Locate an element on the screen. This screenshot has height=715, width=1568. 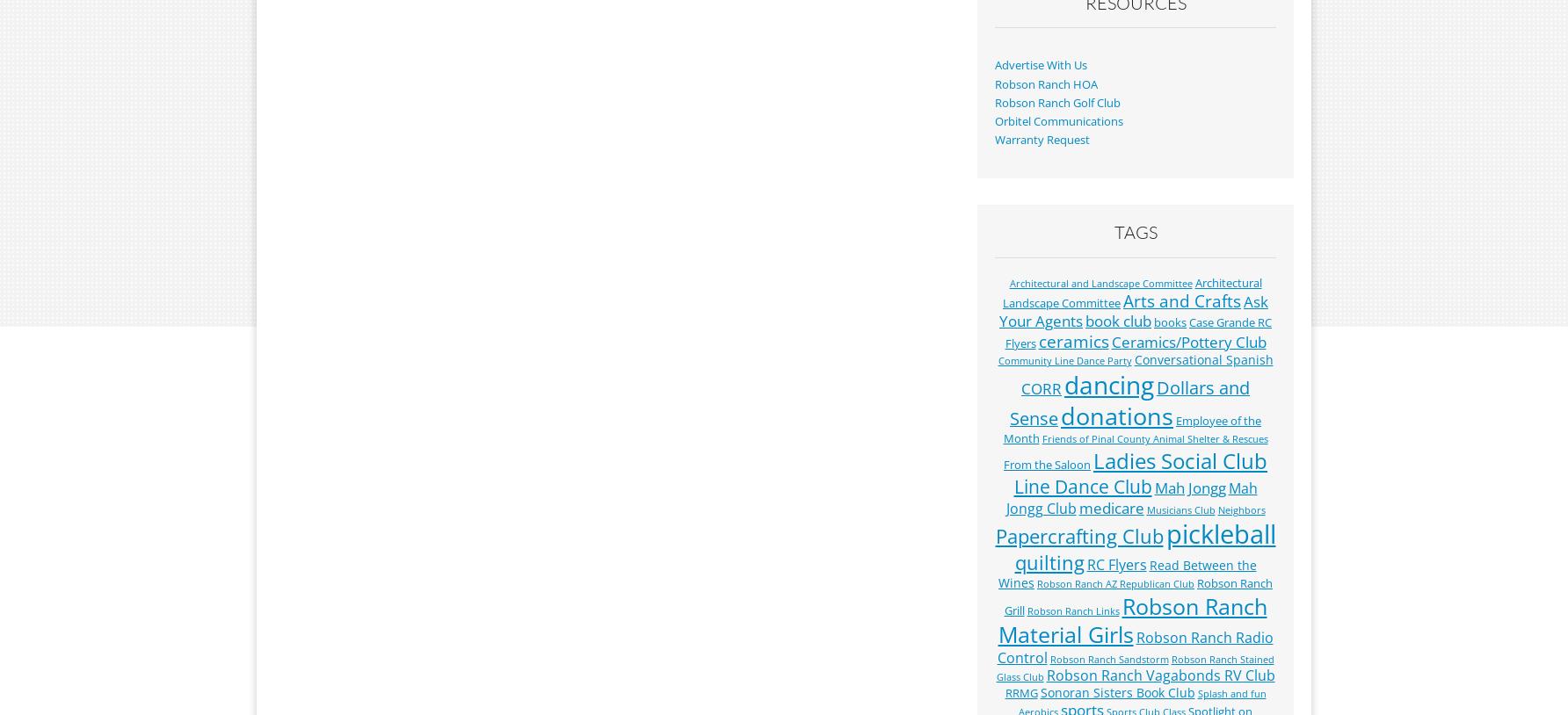
'Ask Your Agents' is located at coordinates (1133, 311).